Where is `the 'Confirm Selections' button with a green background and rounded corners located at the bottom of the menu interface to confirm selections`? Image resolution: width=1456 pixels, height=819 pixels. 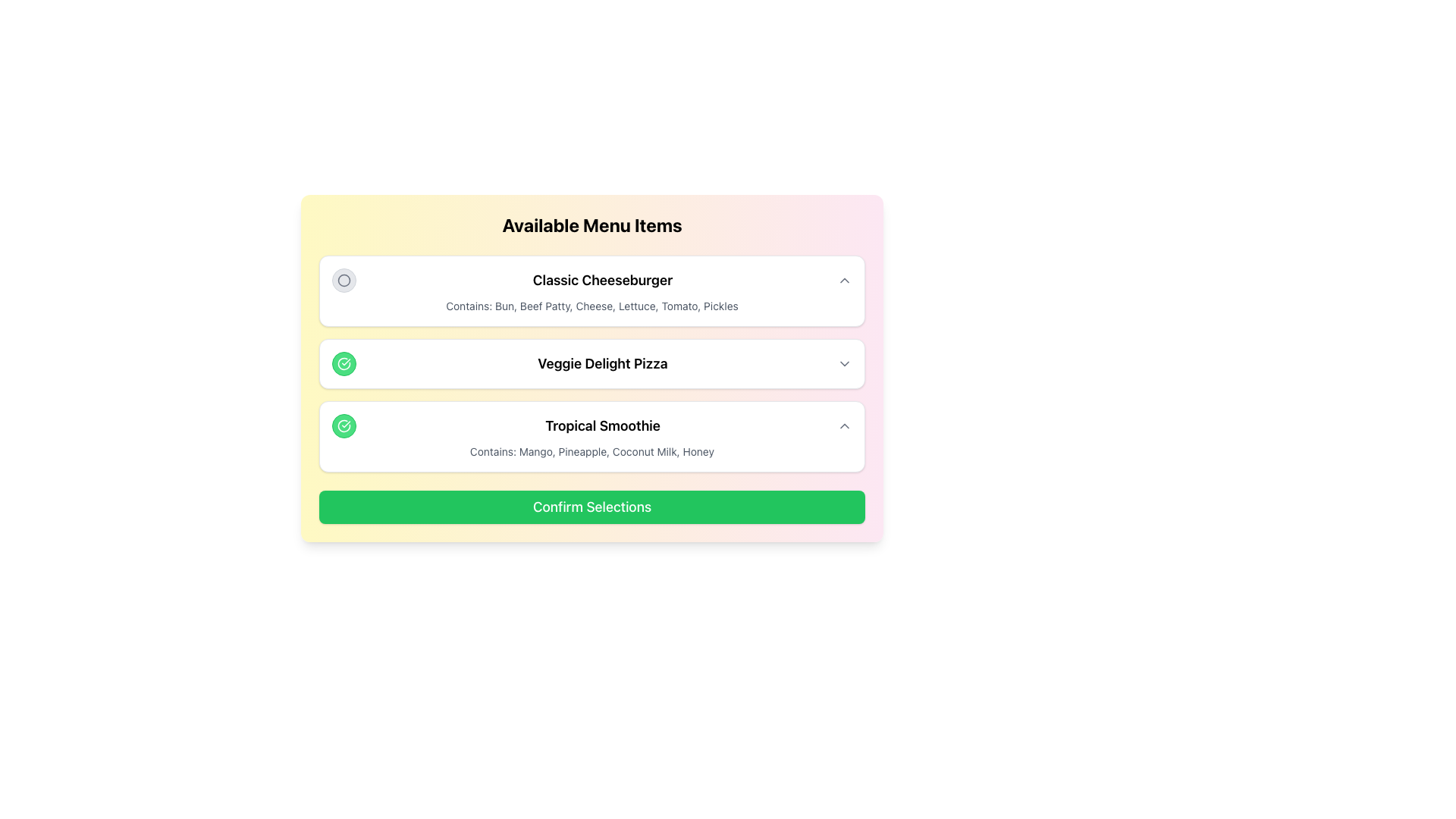
the 'Confirm Selections' button with a green background and rounded corners located at the bottom of the menu interface to confirm selections is located at coordinates (591, 507).